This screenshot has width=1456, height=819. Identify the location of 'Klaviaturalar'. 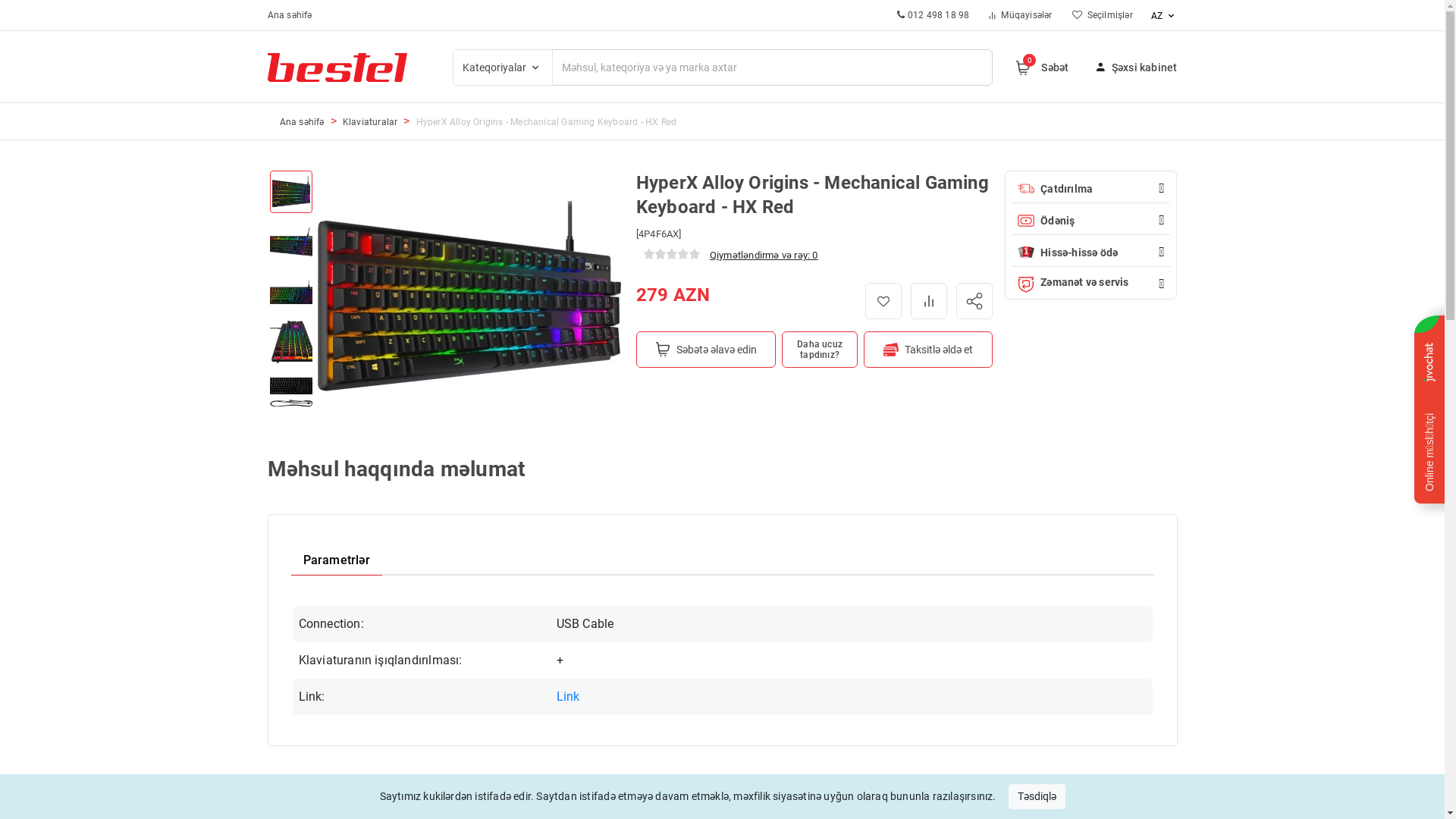
(341, 121).